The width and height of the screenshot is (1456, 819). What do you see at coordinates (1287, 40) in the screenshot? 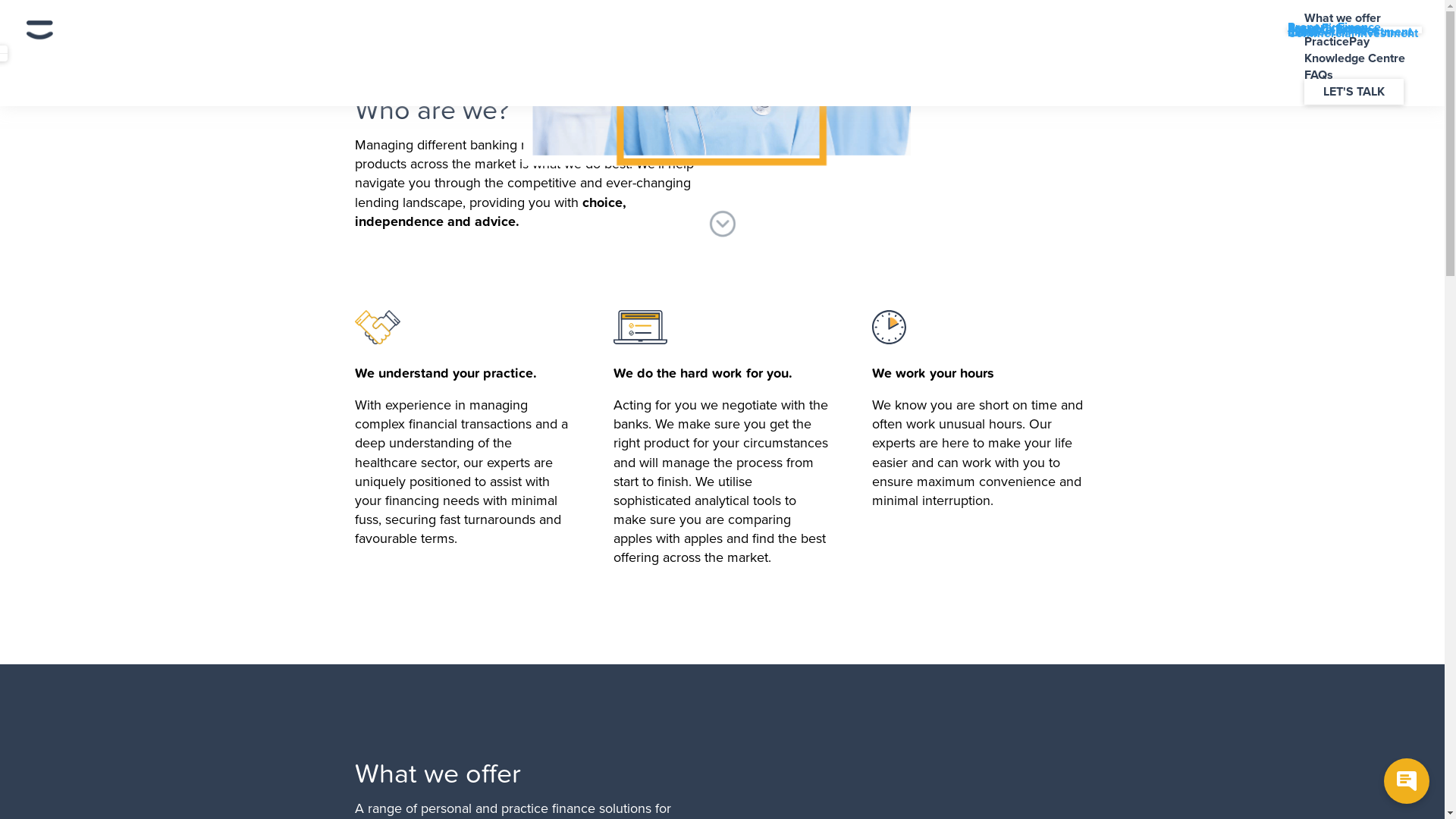
I see `'PracticePay'` at bounding box center [1287, 40].